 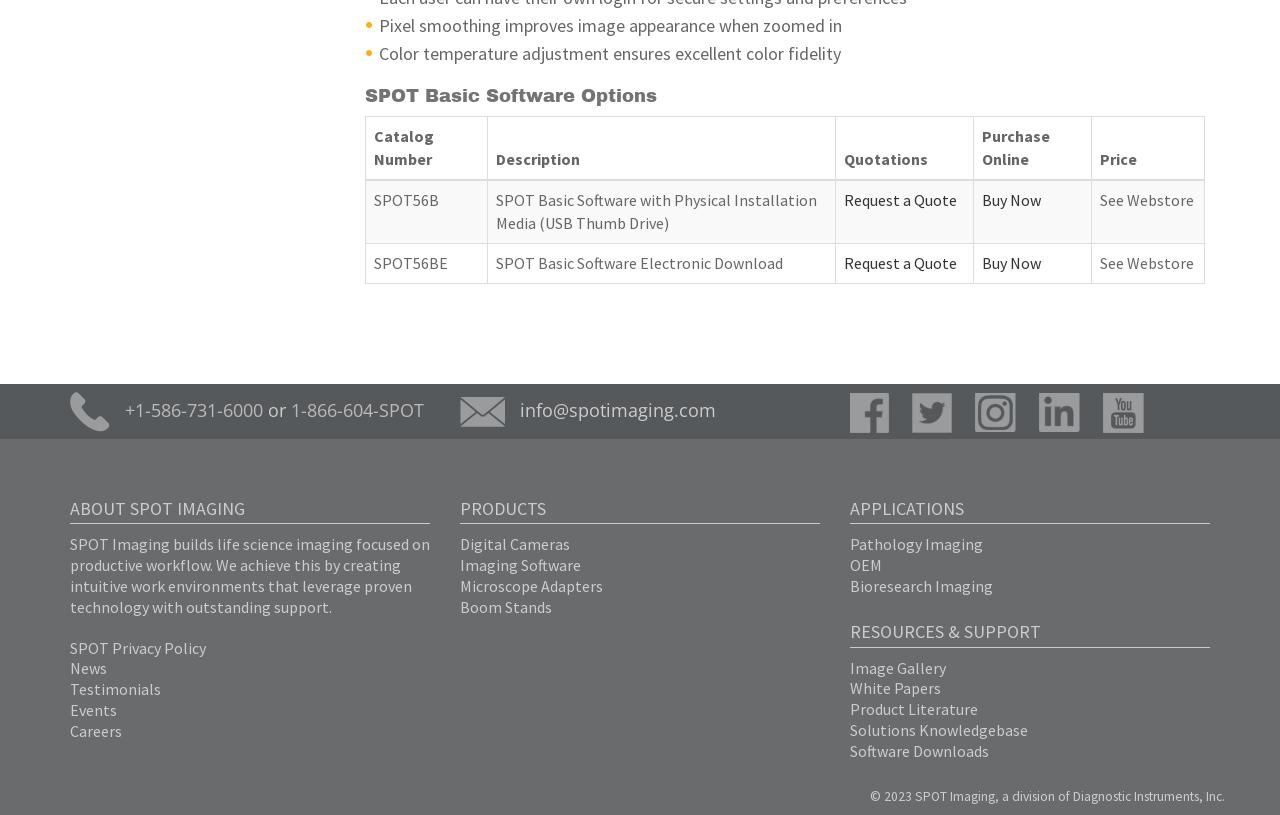 I want to click on 'News', so click(x=70, y=666).